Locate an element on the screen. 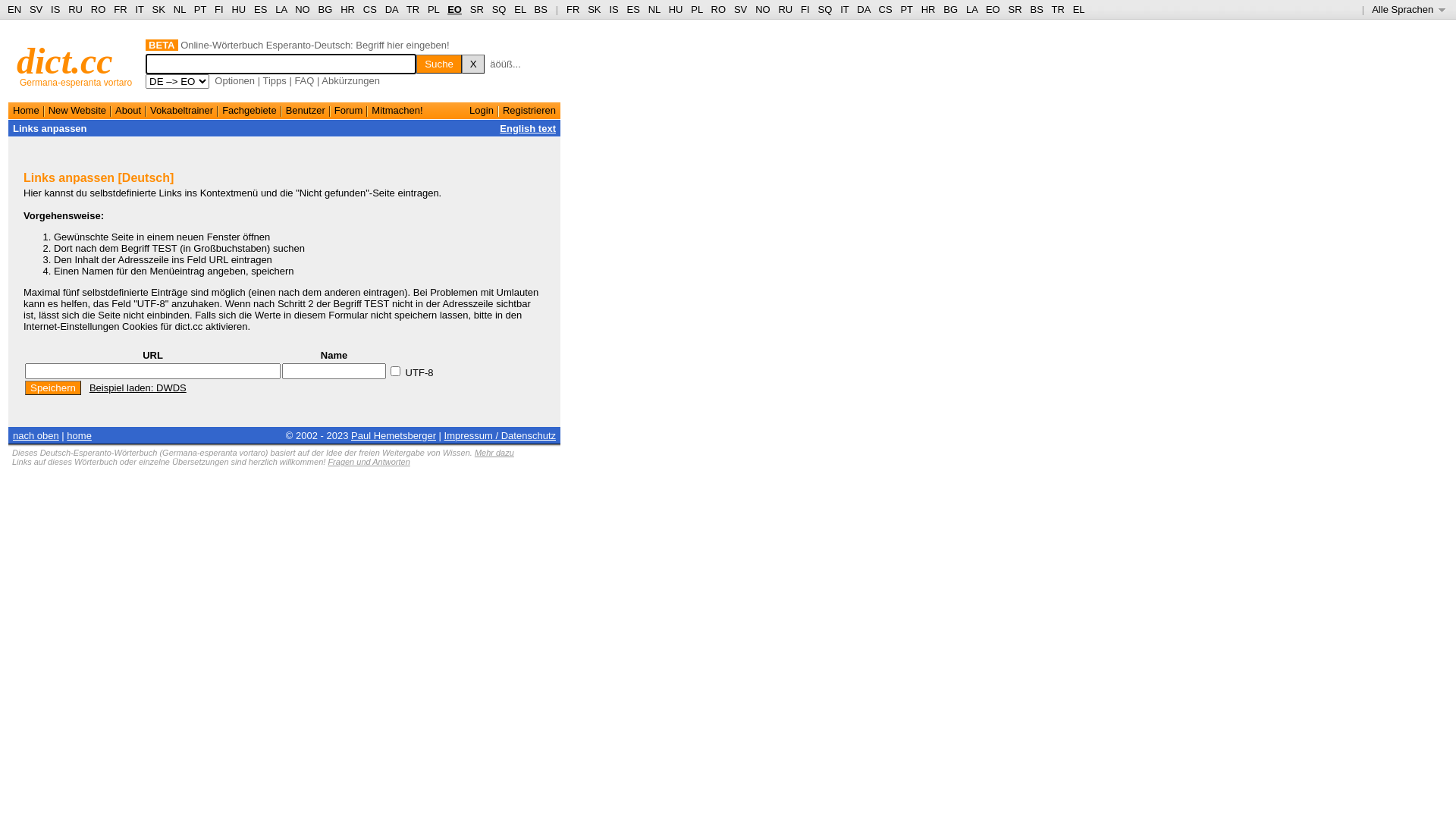 The image size is (1456, 819). 'SQ' is located at coordinates (499, 9).